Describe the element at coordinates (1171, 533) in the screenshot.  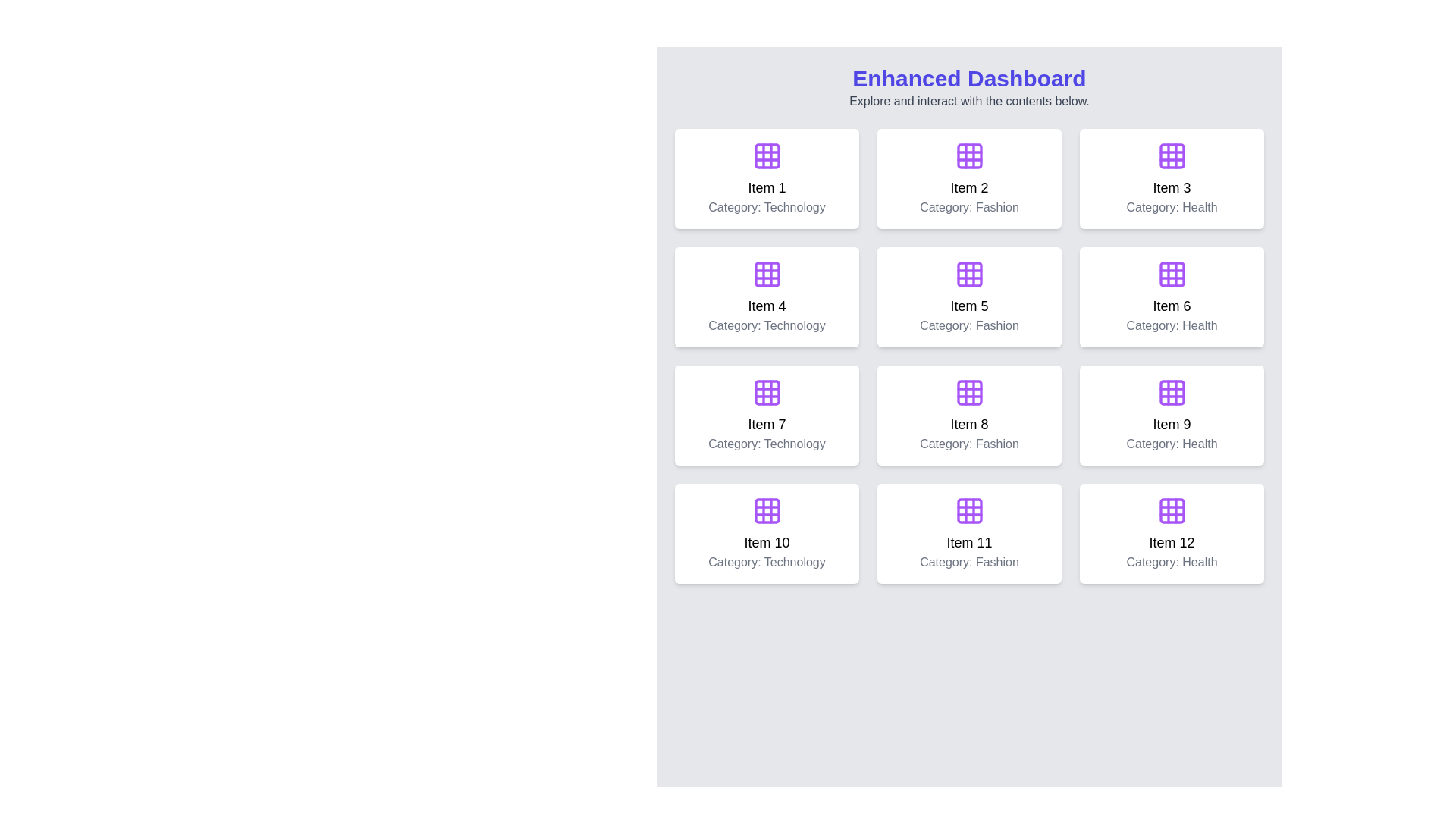
I see `the non-interactive information card labeled 'Item 12' with a purple grid icon at the top, located in the bottom-right corner of the grid layout` at that location.